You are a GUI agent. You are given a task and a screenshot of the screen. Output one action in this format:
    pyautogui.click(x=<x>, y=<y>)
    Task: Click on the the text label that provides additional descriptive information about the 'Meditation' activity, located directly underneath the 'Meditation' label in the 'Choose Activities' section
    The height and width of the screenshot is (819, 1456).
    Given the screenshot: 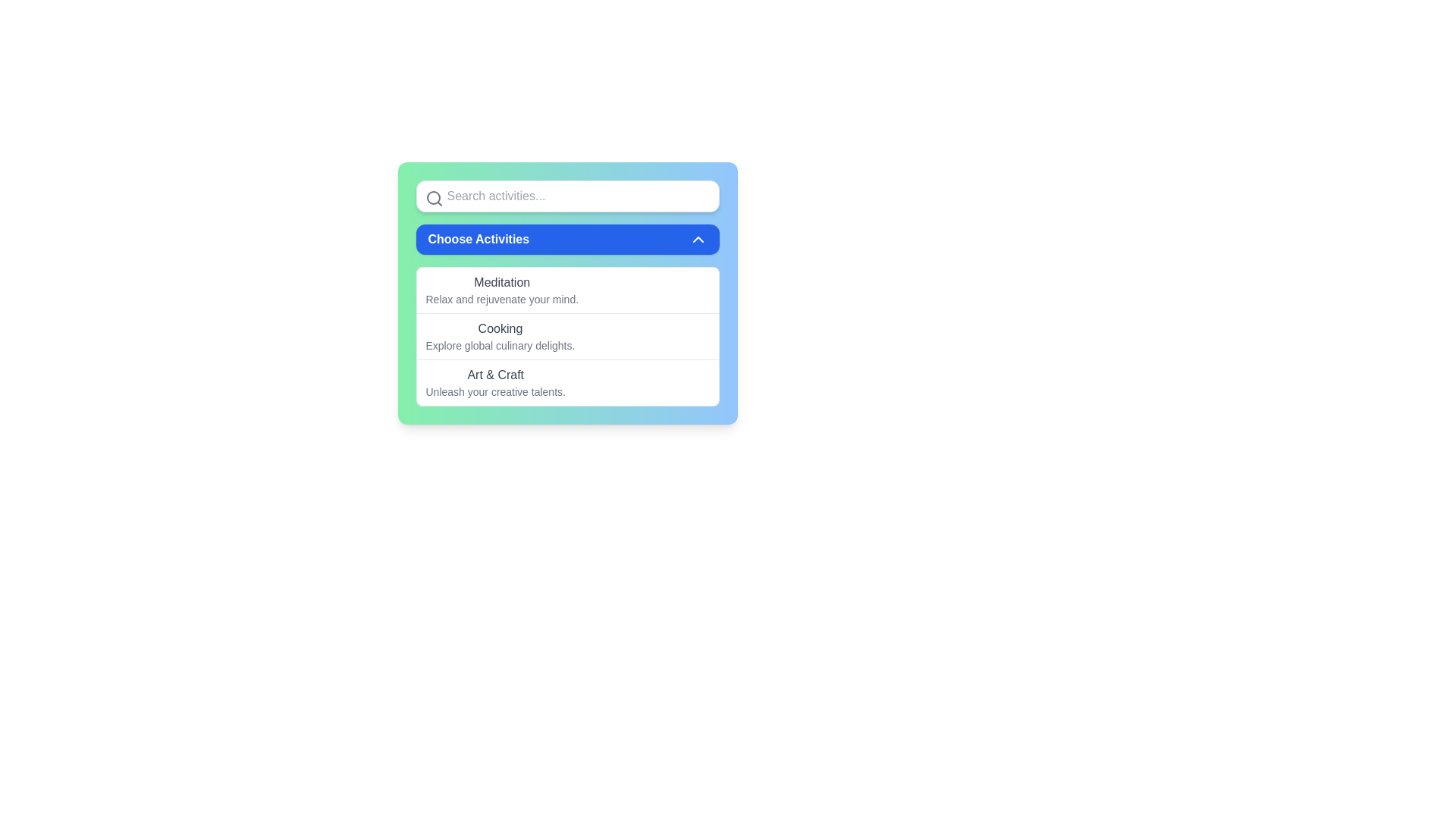 What is the action you would take?
    pyautogui.click(x=502, y=299)
    